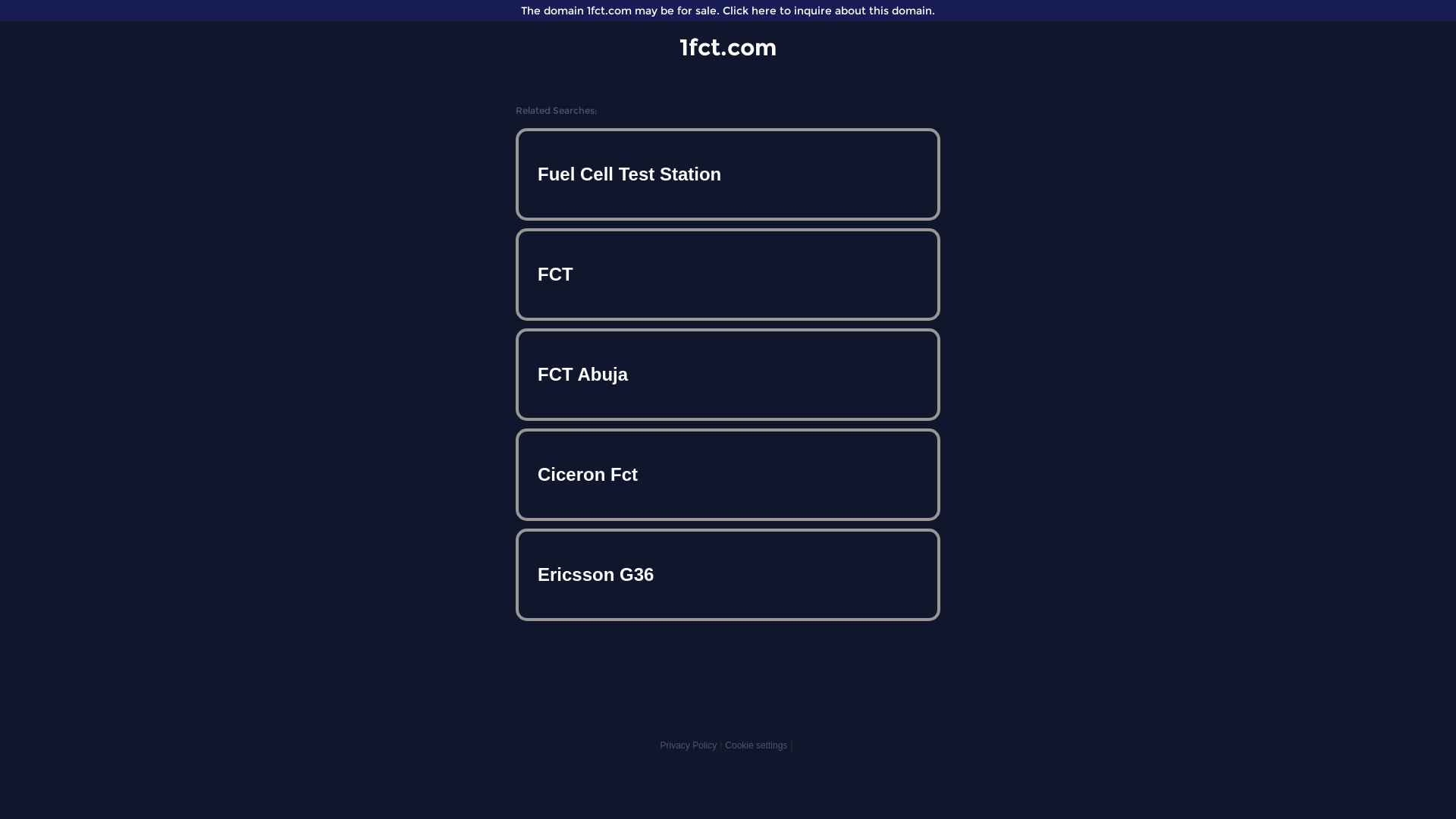 The height and width of the screenshot is (819, 1456). What do you see at coordinates (728, 46) in the screenshot?
I see `'1fct.com'` at bounding box center [728, 46].